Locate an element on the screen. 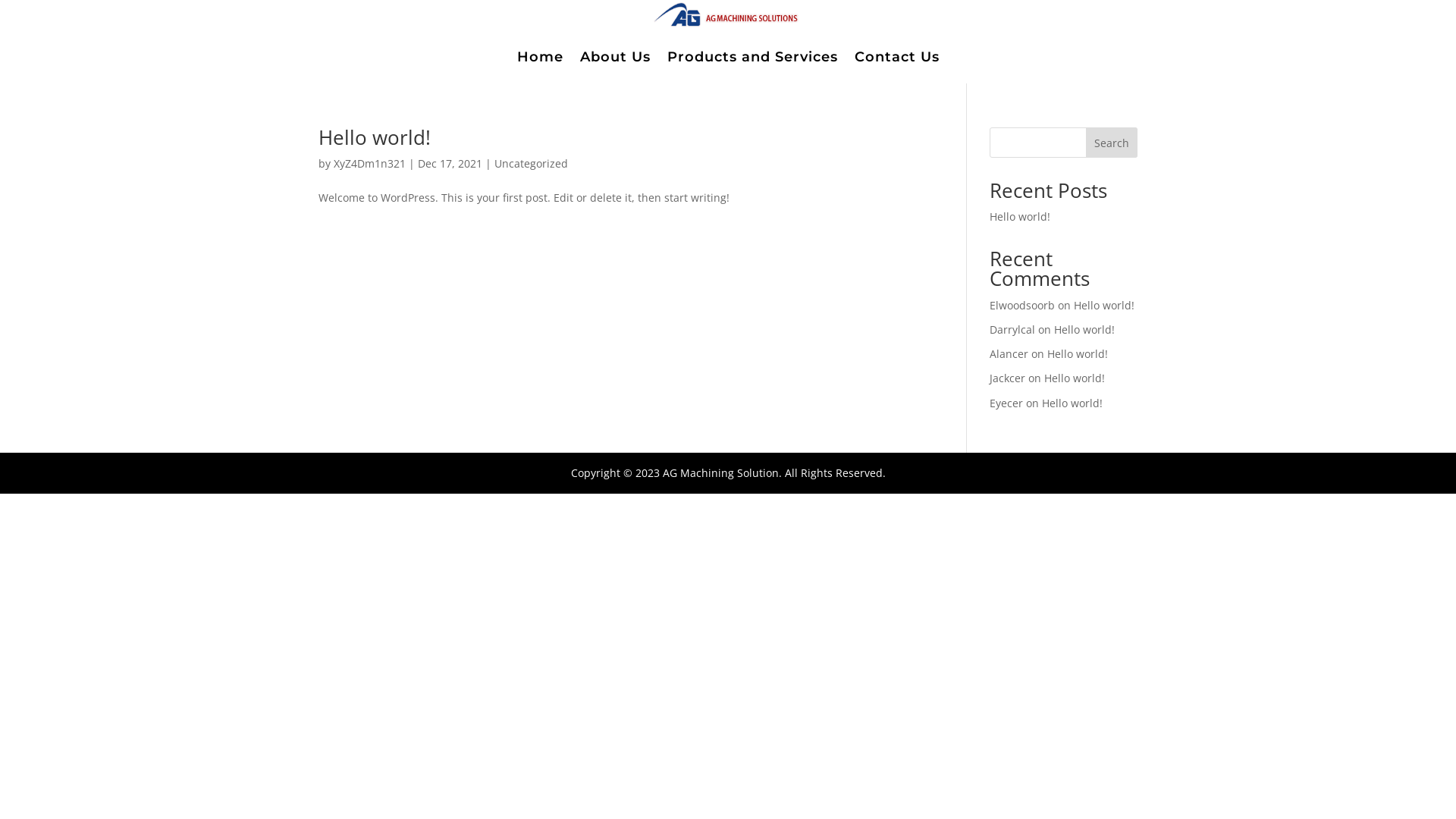 This screenshot has width=1456, height=819. 'Alancer' is located at coordinates (1009, 353).